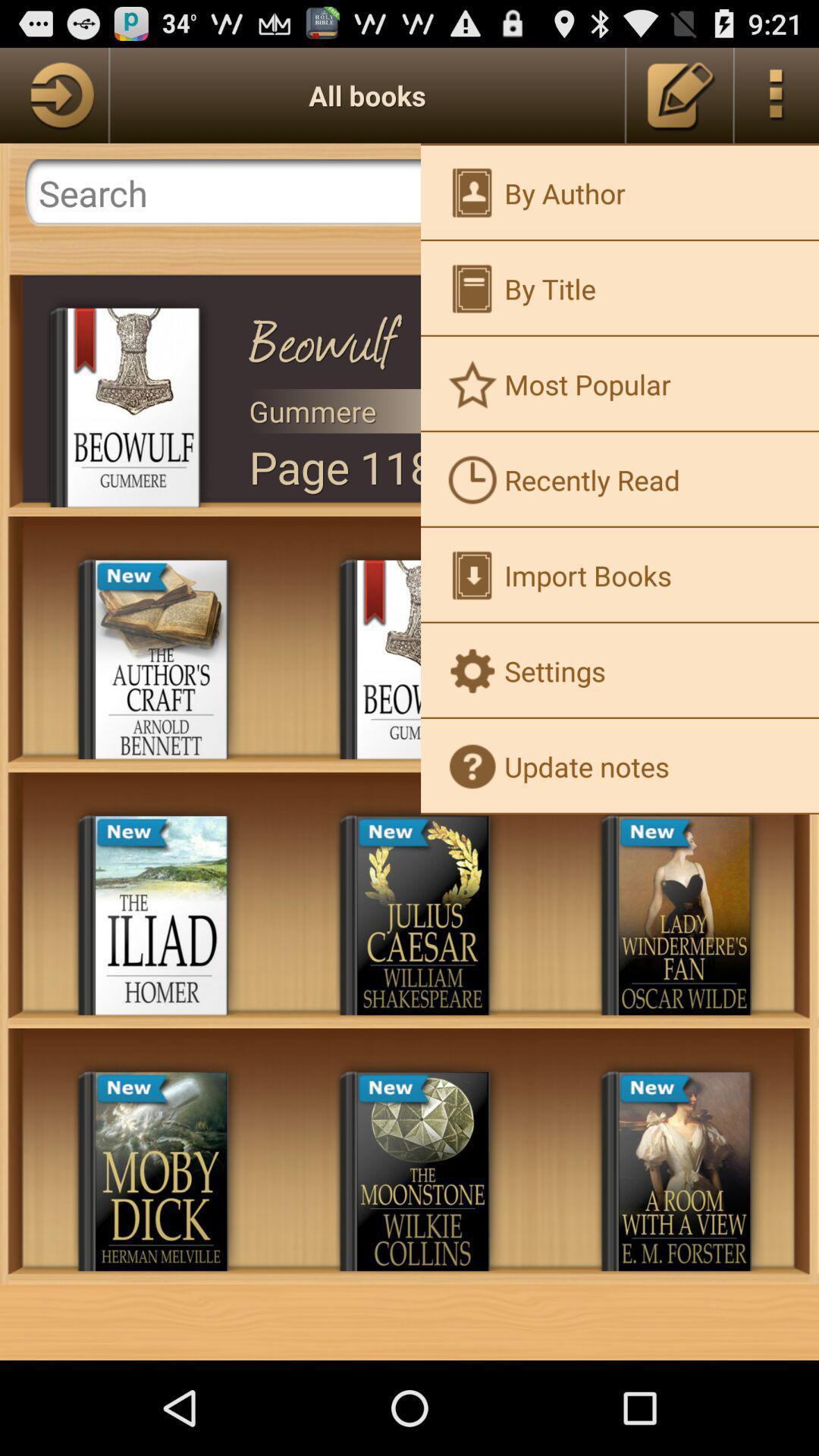 Image resolution: width=819 pixels, height=1456 pixels. I want to click on the more icon, so click(777, 101).